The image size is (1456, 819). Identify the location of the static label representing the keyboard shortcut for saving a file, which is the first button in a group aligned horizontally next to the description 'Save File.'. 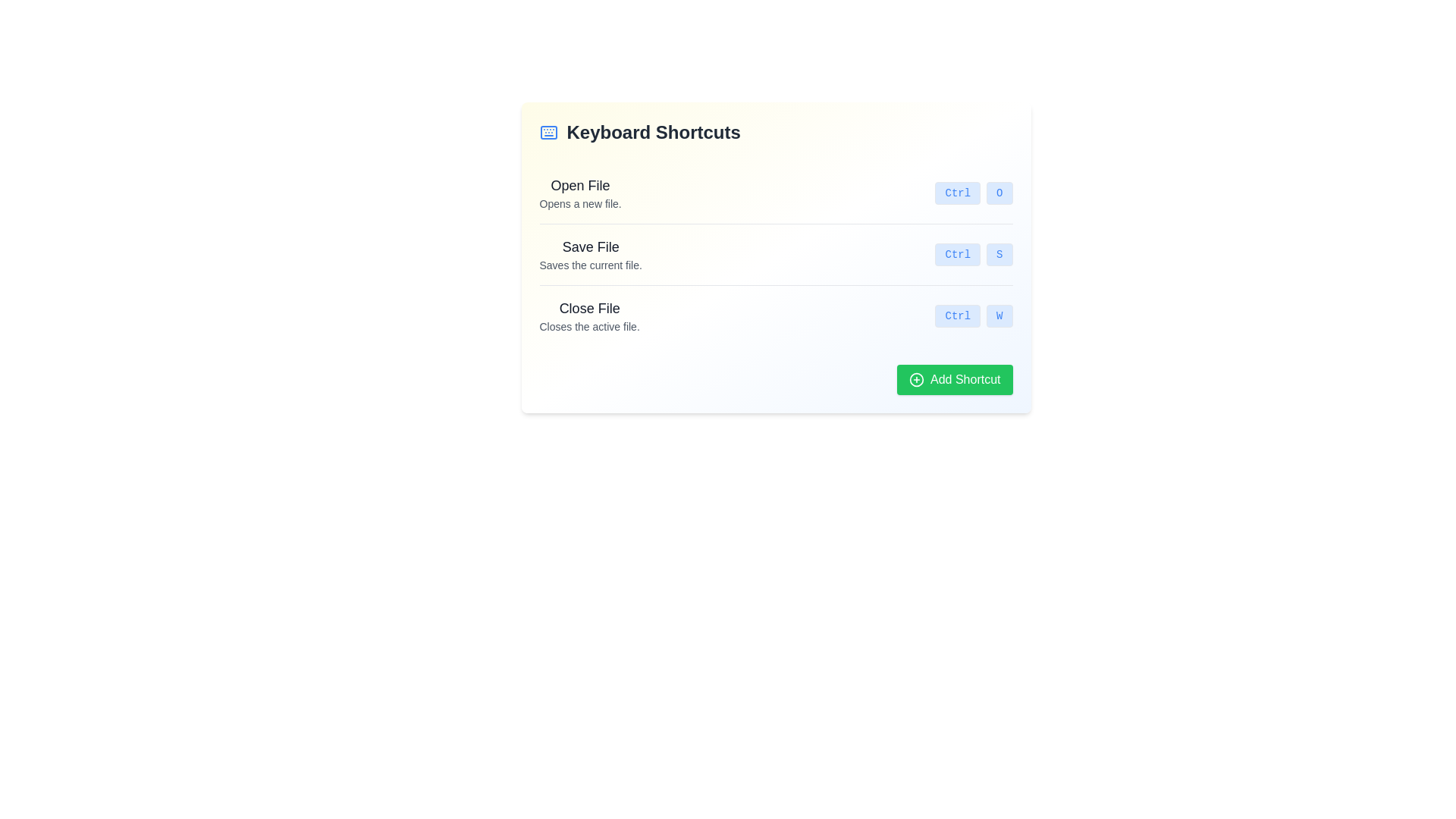
(957, 253).